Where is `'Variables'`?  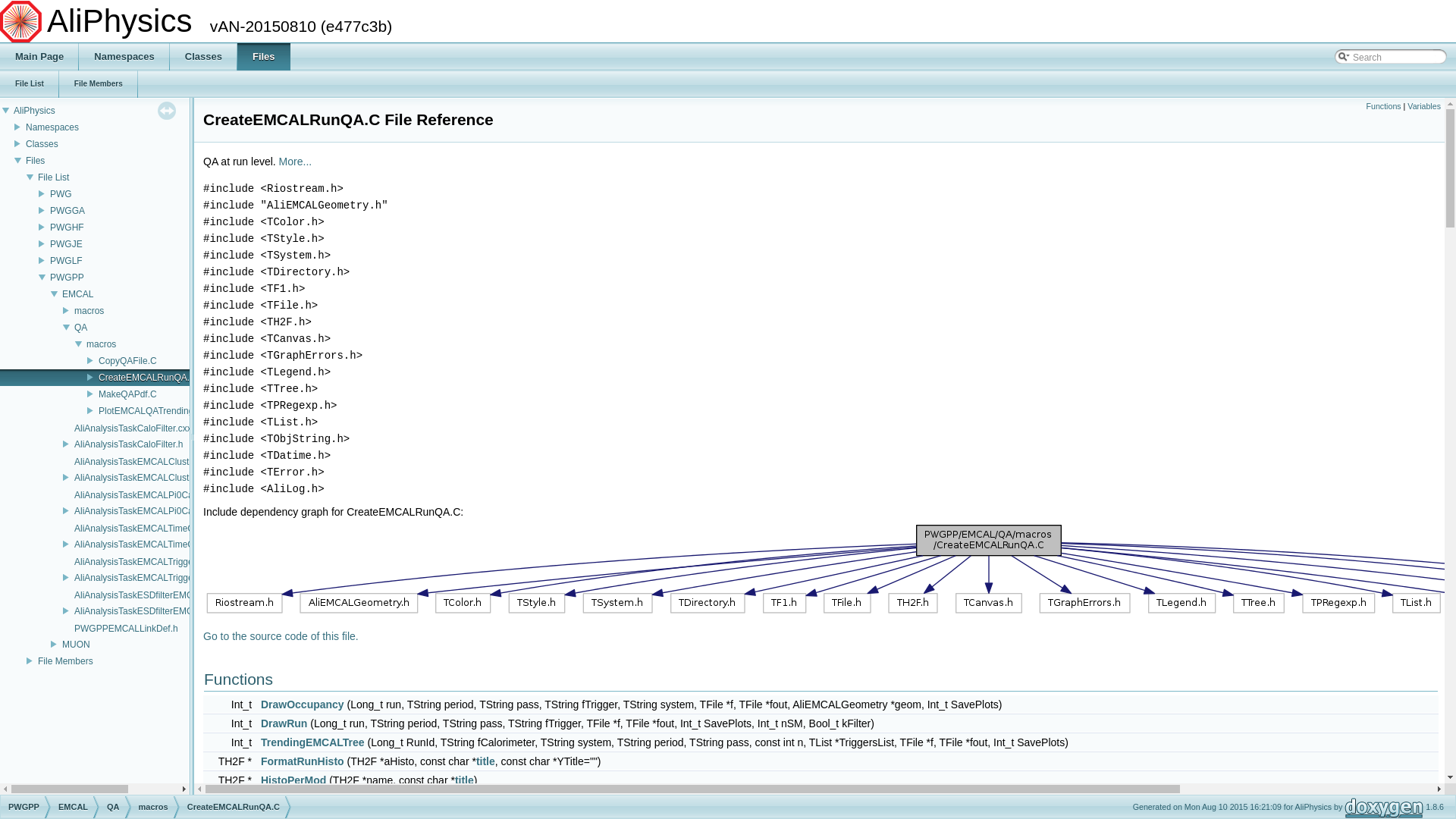
'Variables' is located at coordinates (1407, 105).